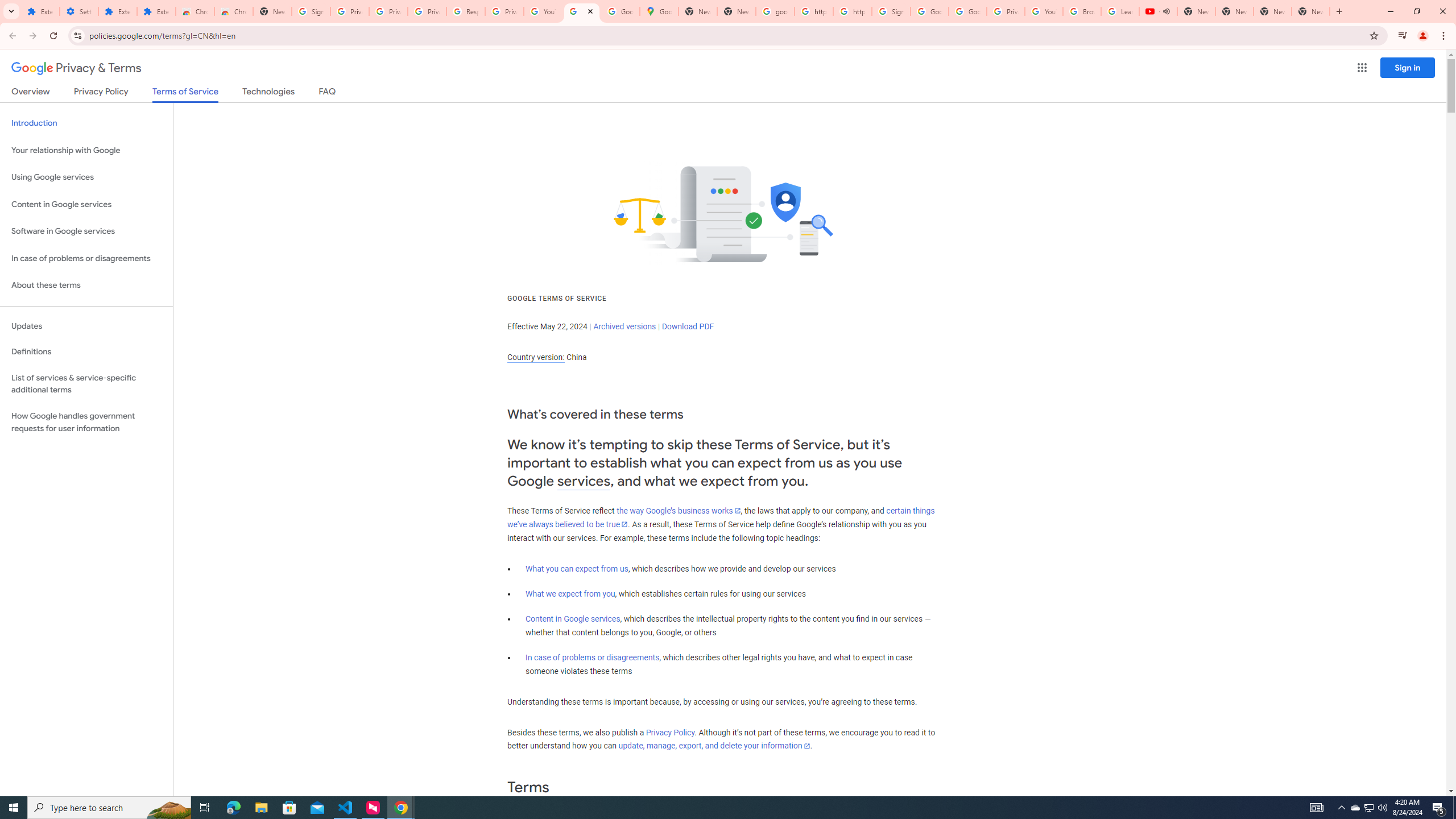  Describe the element at coordinates (233, 11) in the screenshot. I see `'Chrome Web Store - Themes'` at that location.